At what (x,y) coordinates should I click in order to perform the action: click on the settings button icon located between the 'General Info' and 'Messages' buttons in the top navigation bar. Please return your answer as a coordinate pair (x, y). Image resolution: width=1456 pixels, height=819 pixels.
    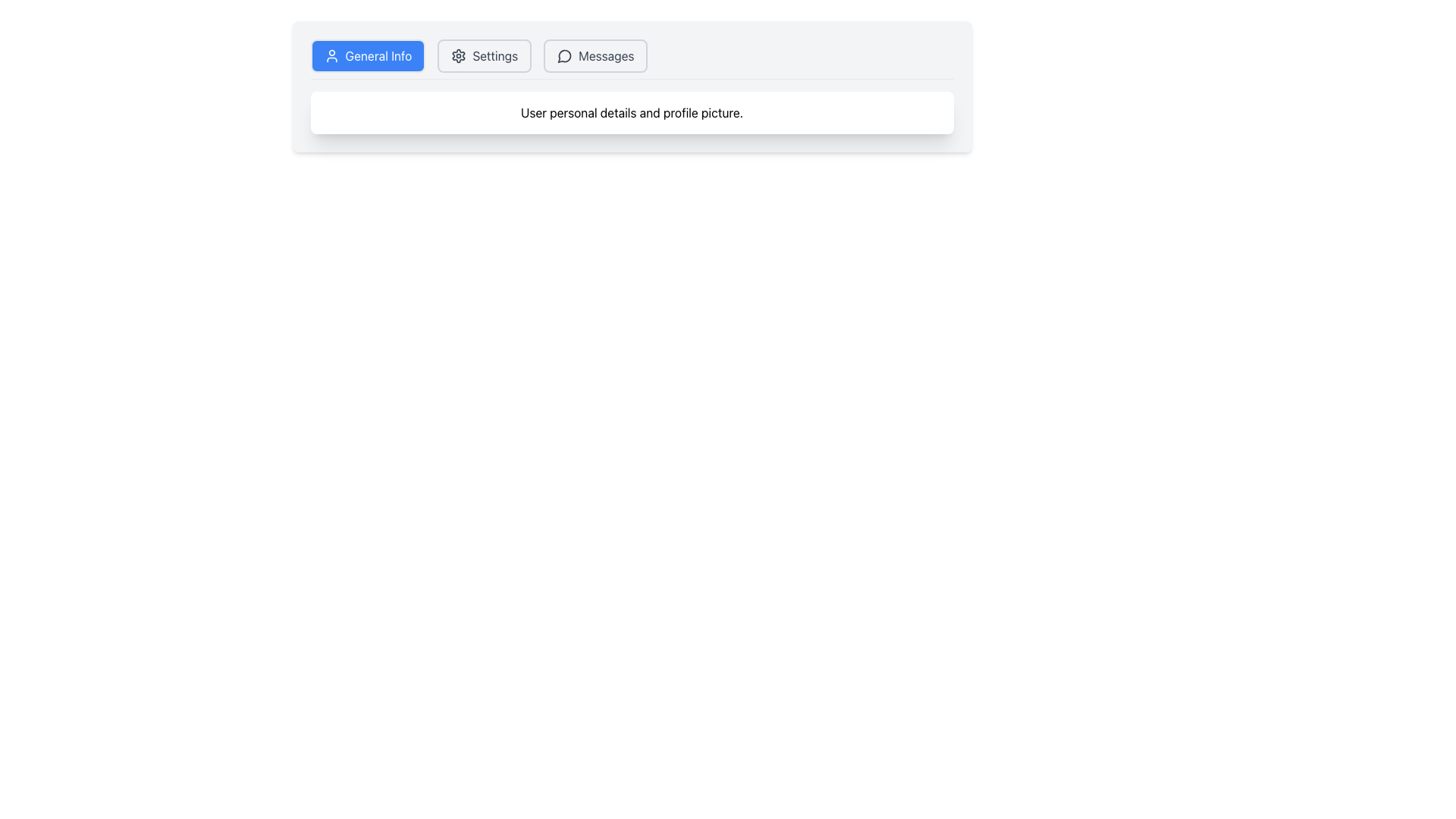
    Looking at the image, I should click on (458, 55).